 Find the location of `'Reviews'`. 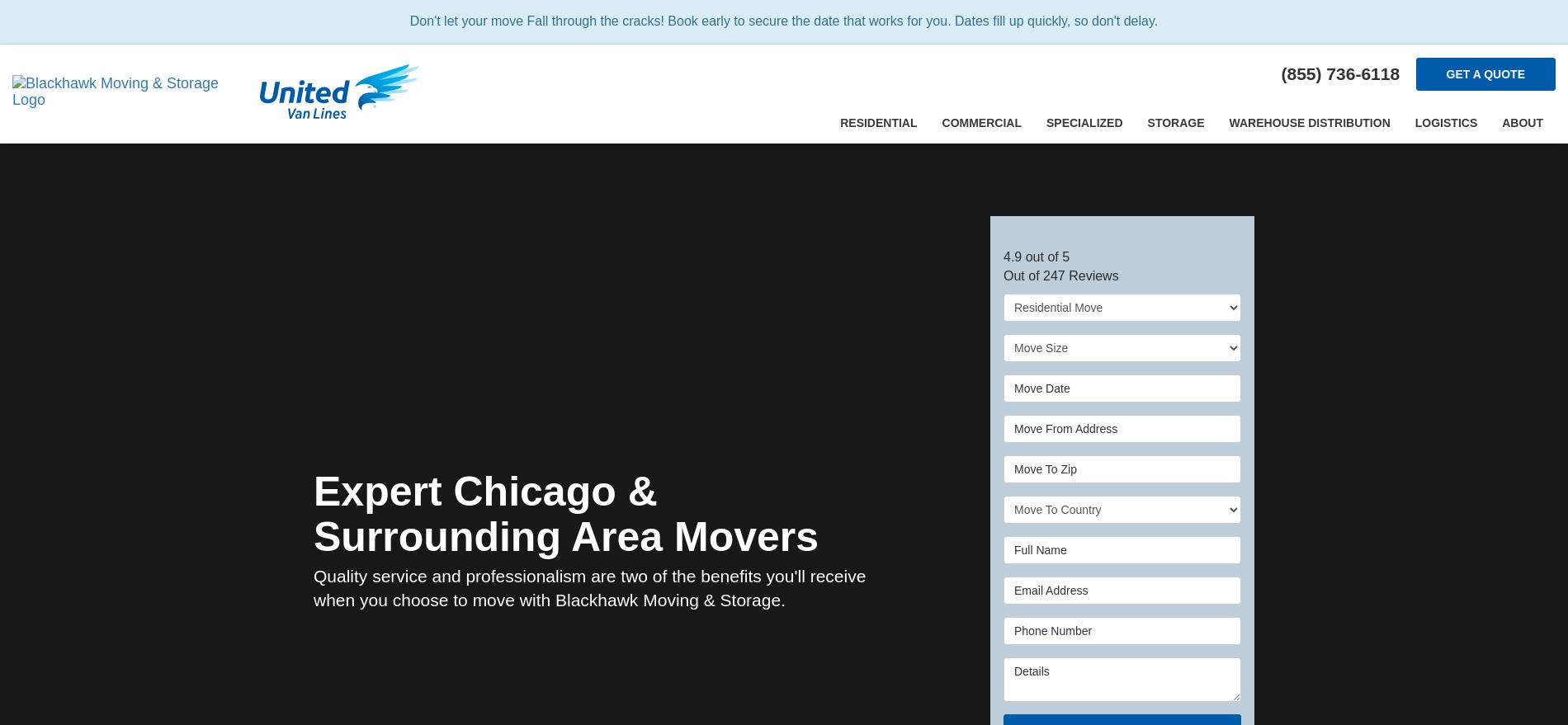

'Reviews' is located at coordinates (1090, 274).